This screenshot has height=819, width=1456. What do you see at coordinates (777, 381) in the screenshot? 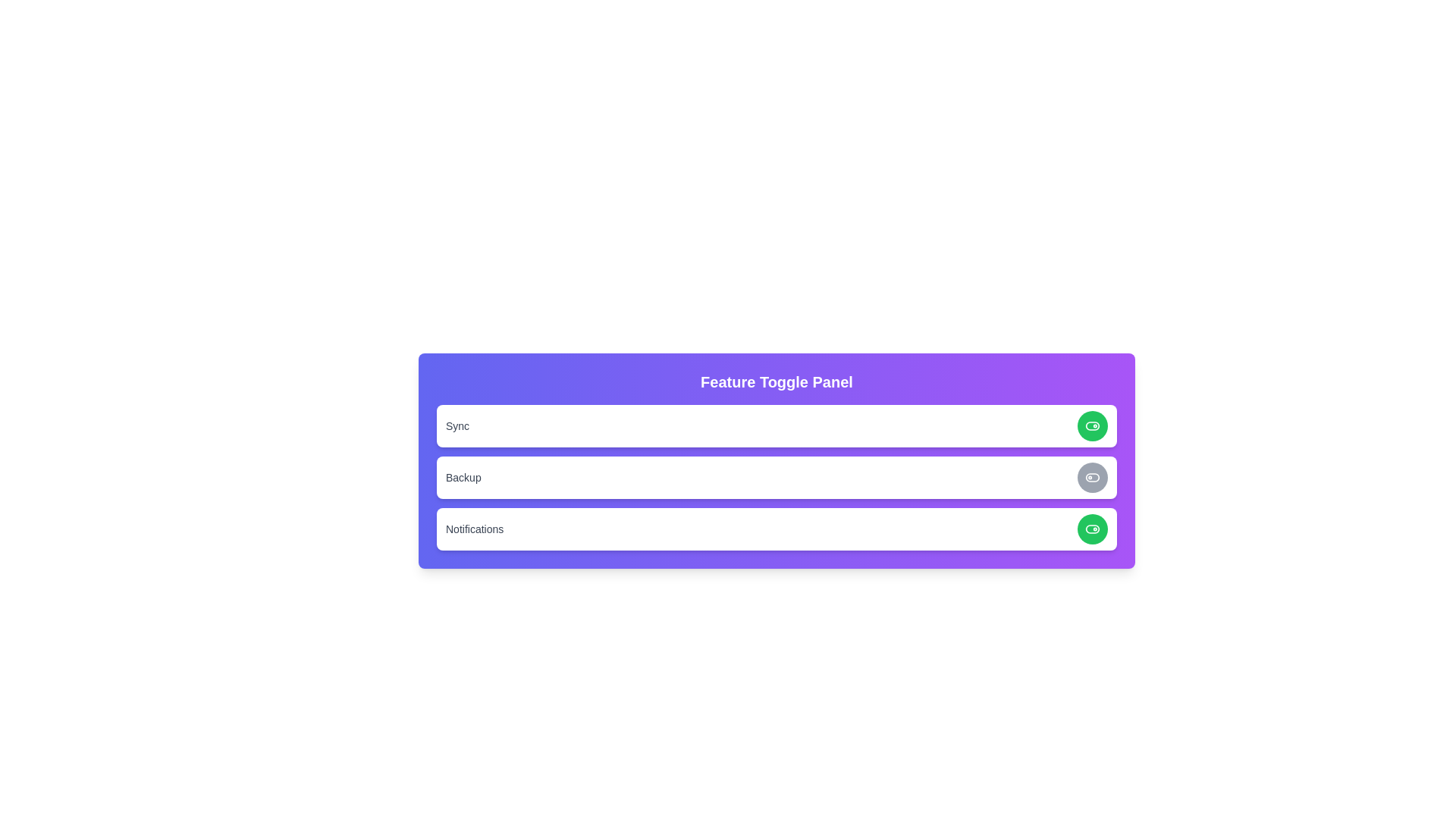
I see `the 'Feature Toggle Panel' header text by double-clicking on it` at bounding box center [777, 381].